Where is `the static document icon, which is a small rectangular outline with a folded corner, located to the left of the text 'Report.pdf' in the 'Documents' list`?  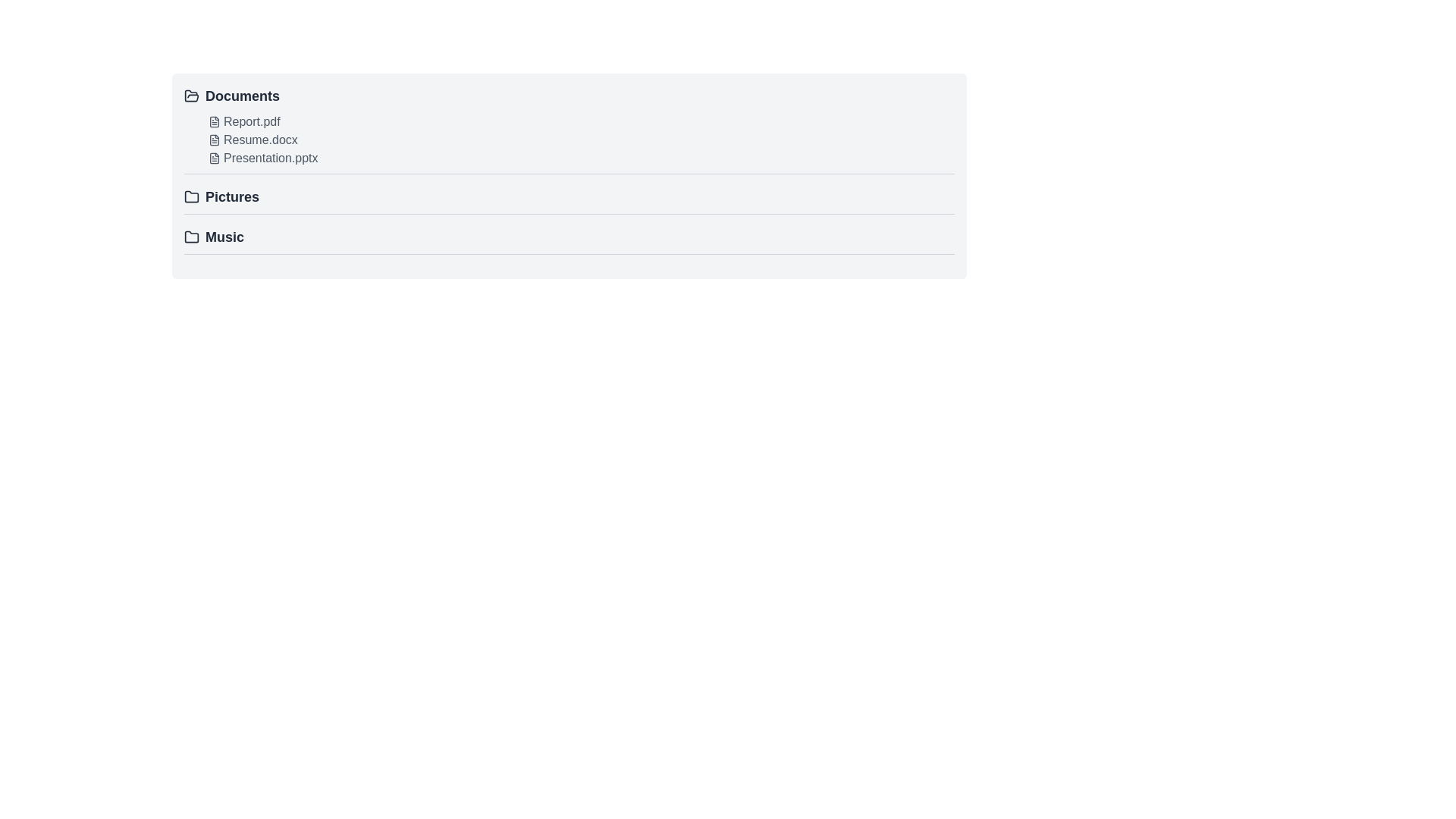 the static document icon, which is a small rectangular outline with a folded corner, located to the left of the text 'Report.pdf' in the 'Documents' list is located at coordinates (214, 121).